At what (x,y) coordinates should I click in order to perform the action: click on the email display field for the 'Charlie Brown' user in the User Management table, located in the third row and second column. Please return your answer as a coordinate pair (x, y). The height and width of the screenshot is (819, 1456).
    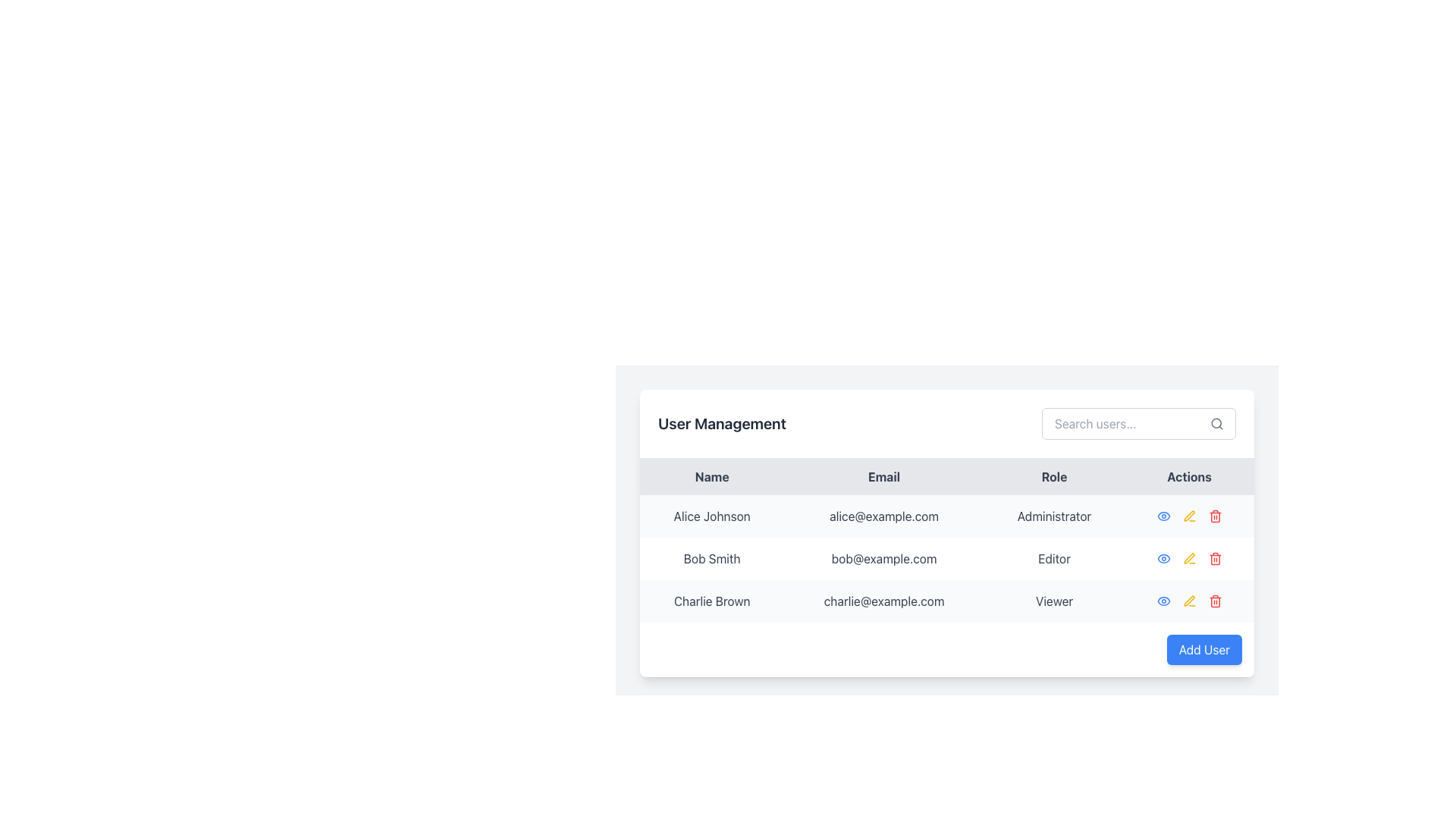
    Looking at the image, I should click on (884, 601).